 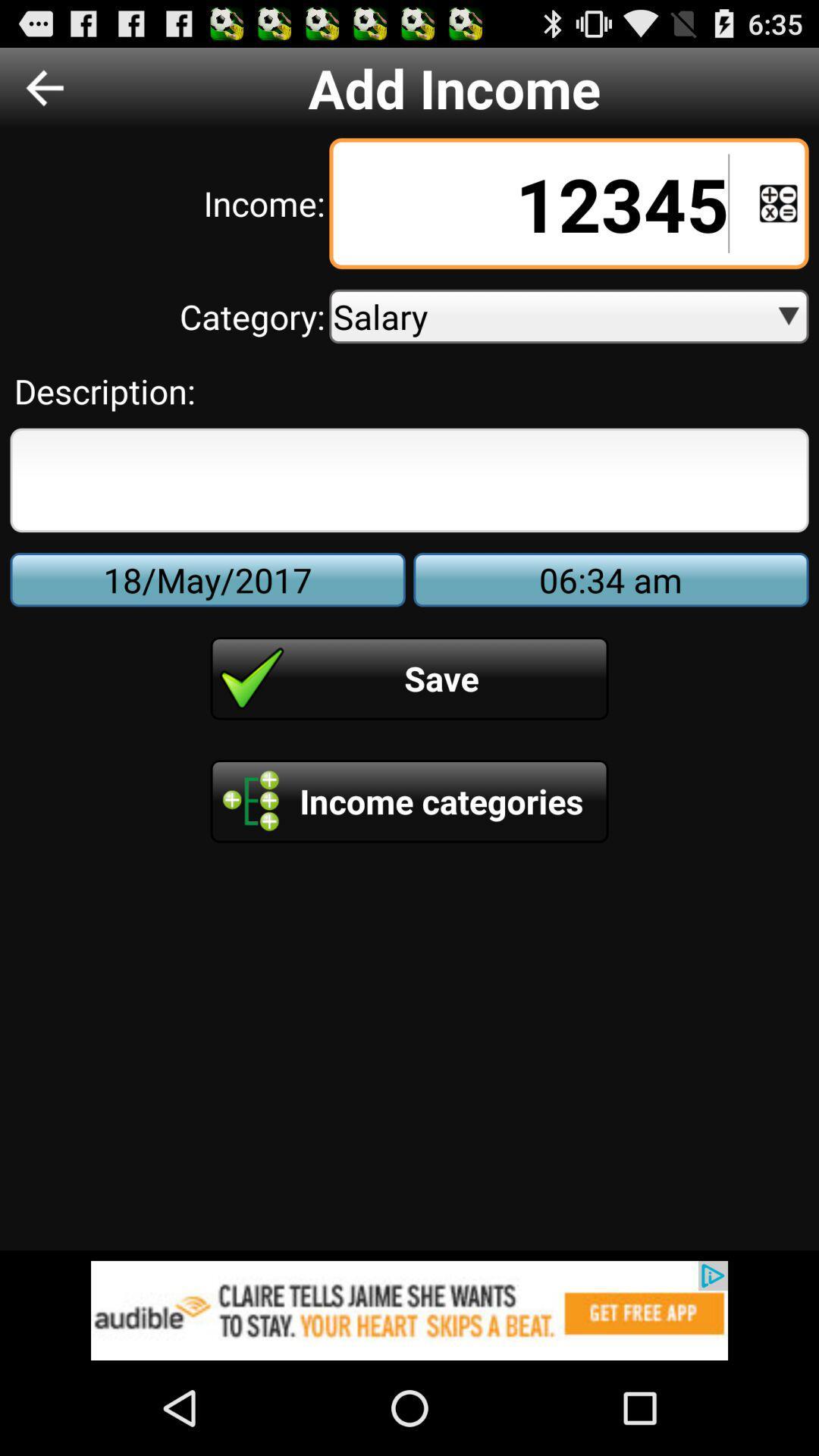 What do you see at coordinates (778, 202) in the screenshot?
I see `calculate` at bounding box center [778, 202].